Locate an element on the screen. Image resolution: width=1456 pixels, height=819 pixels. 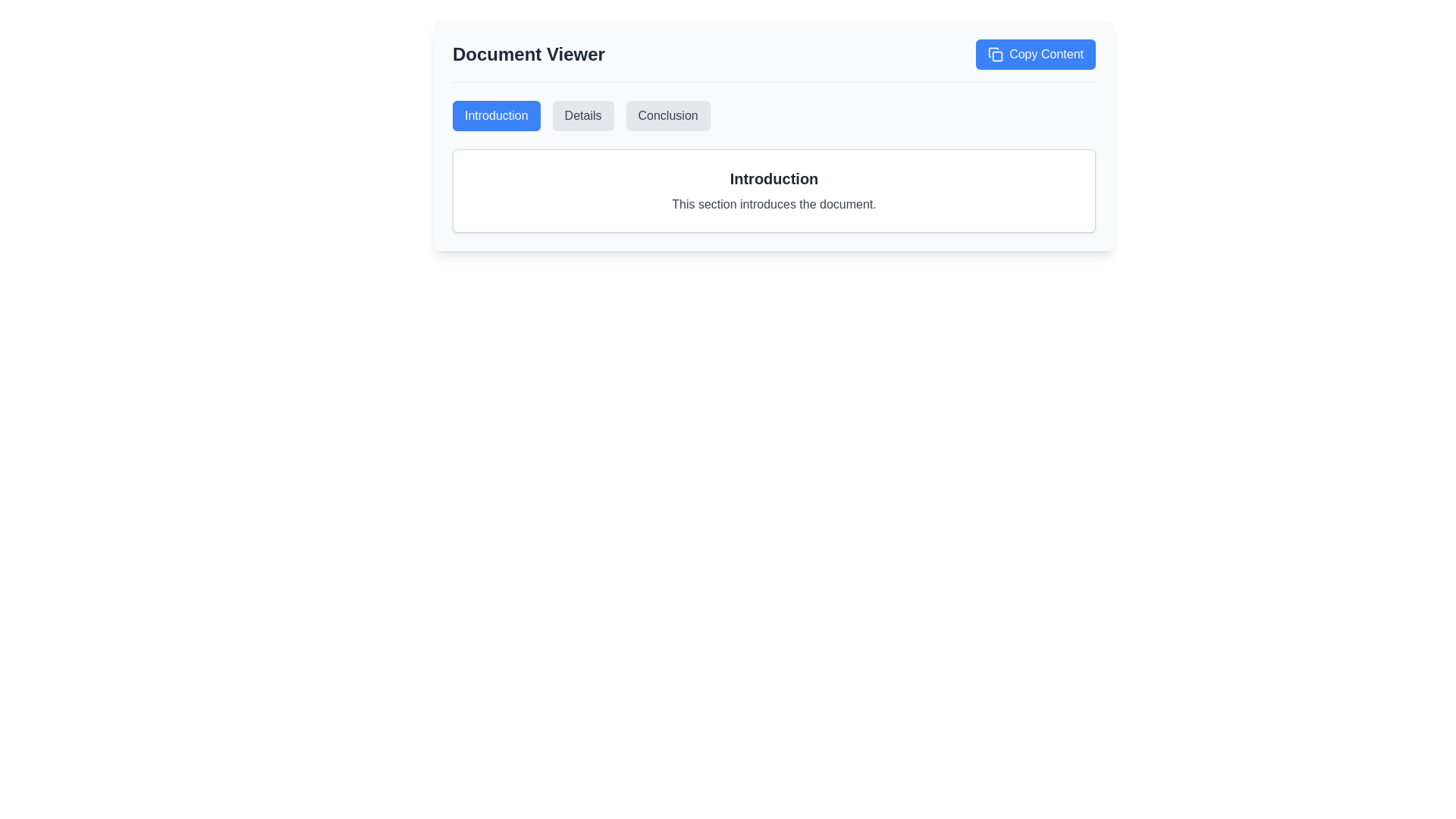
the 'Copy Content' button located at the top-right corner of the interface to trigger the hover effect that darkens the blue background is located at coordinates (1046, 54).